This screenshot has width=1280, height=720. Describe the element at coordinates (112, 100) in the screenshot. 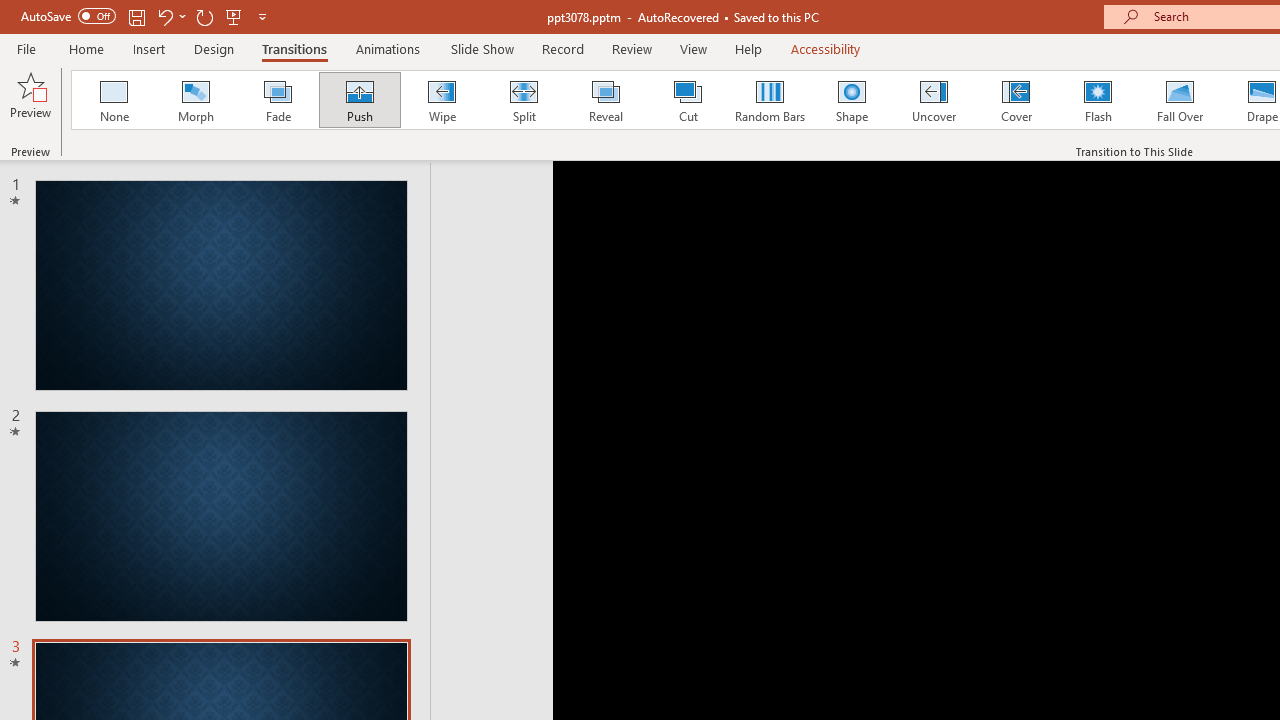

I see `'None'` at that location.